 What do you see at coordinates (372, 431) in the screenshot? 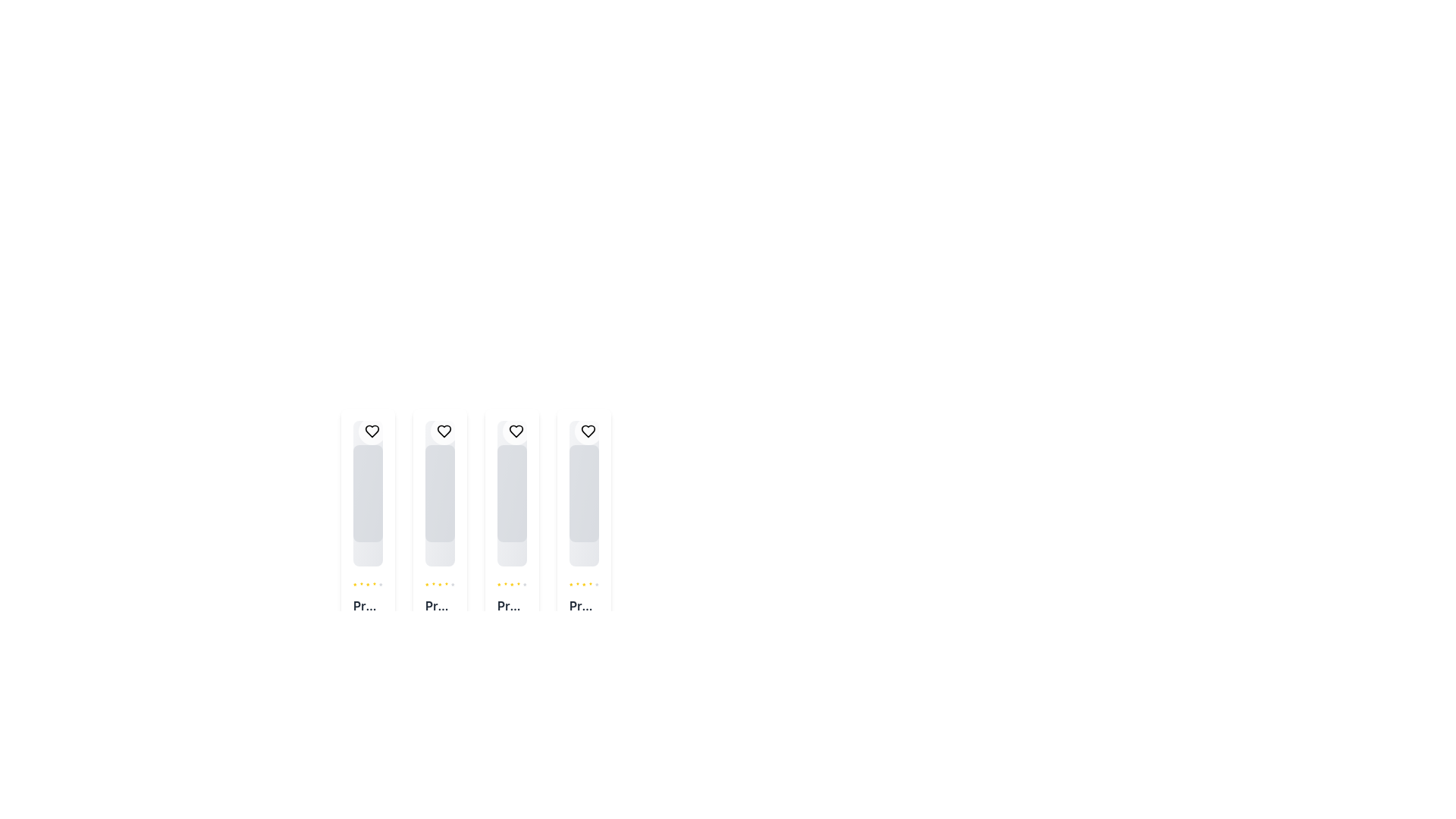
I see `the 'like' or 'favorite' icon located at the top region of the first button in a horizontally aligned list, positioned in the leftmost section of the row in the lower part of the interface` at bounding box center [372, 431].